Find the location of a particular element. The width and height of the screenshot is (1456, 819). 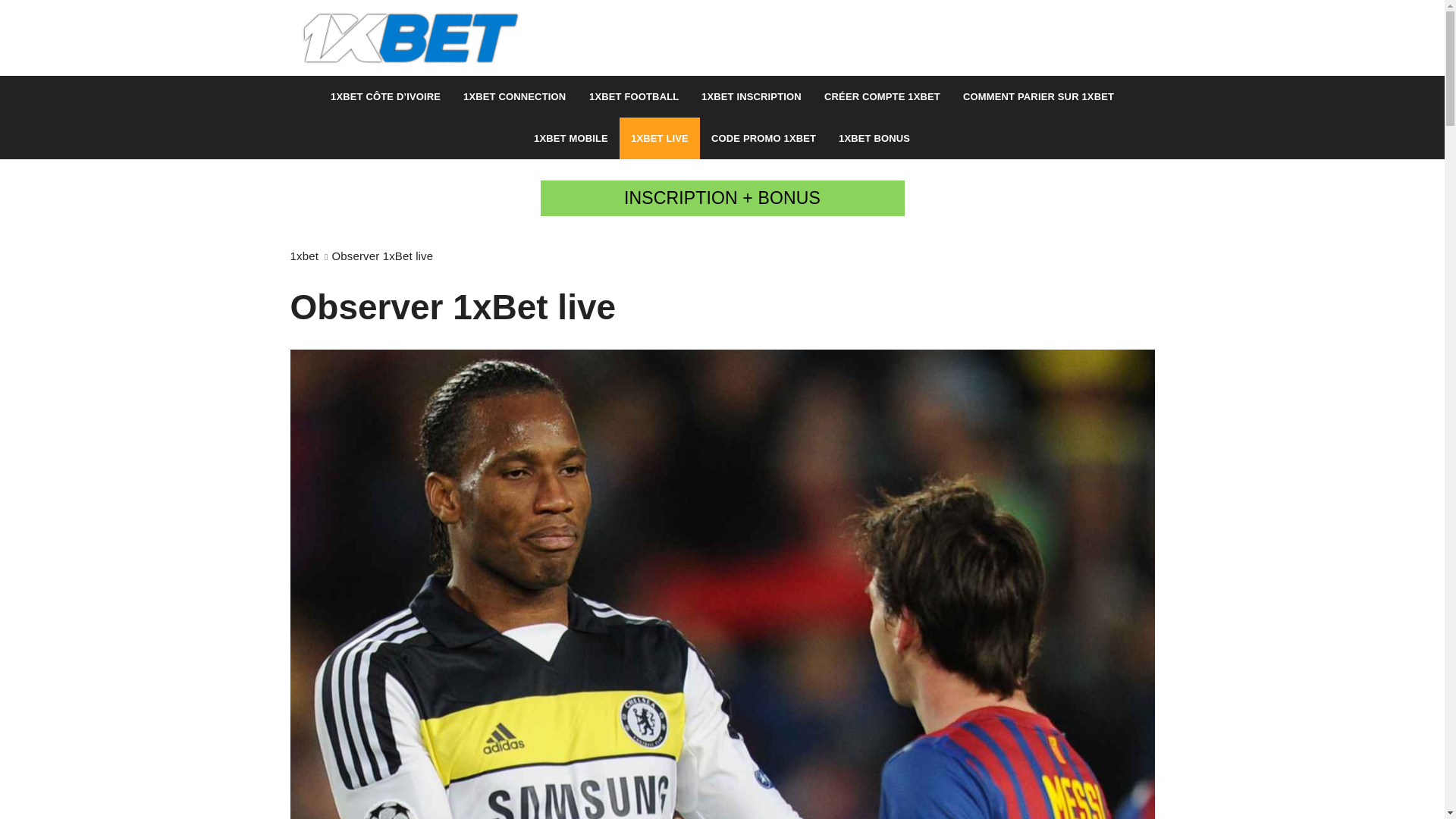

'1xbet' is located at coordinates (290, 255).